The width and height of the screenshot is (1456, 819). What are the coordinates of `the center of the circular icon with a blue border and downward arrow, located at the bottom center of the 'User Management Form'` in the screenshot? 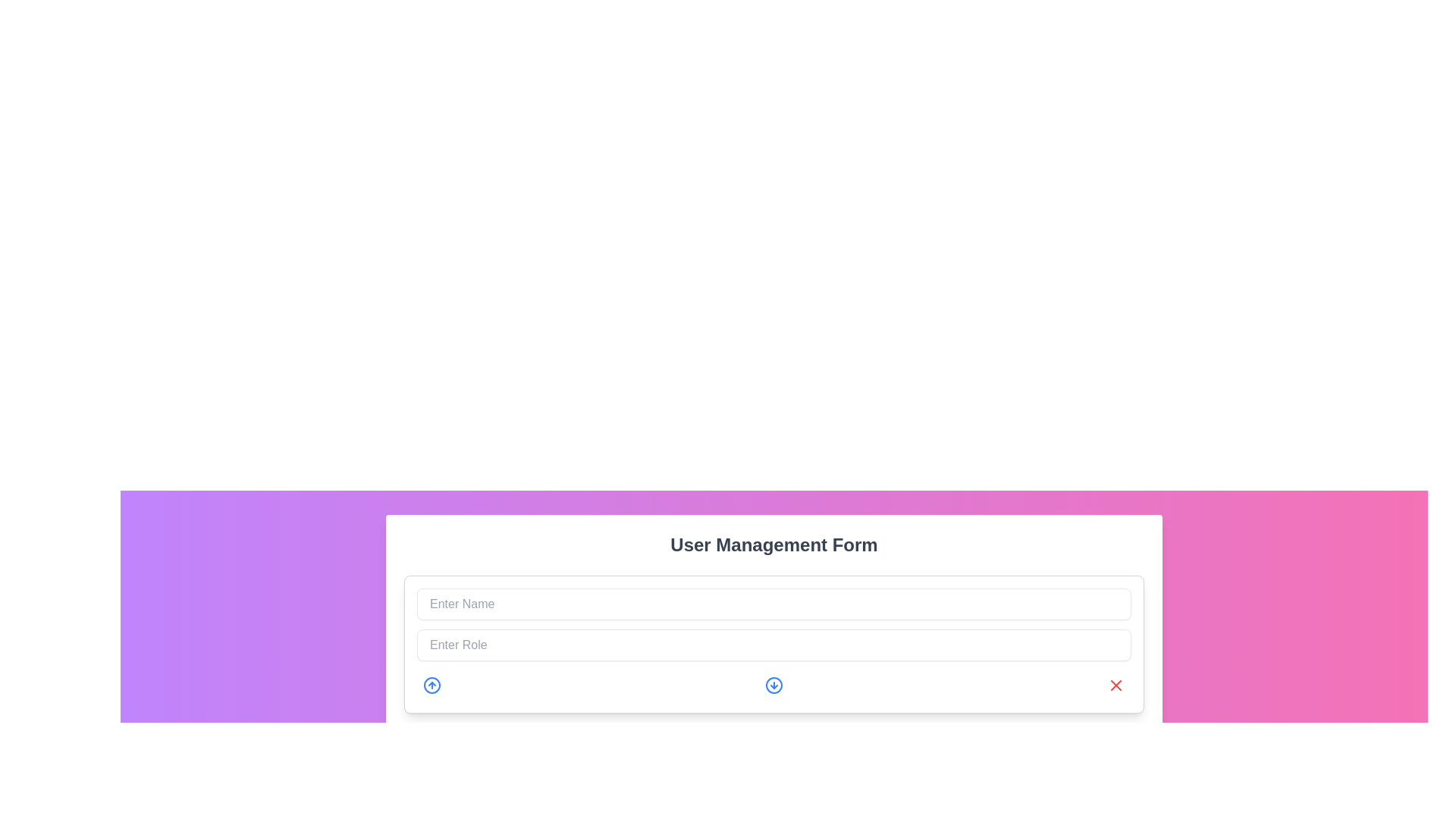 It's located at (774, 685).